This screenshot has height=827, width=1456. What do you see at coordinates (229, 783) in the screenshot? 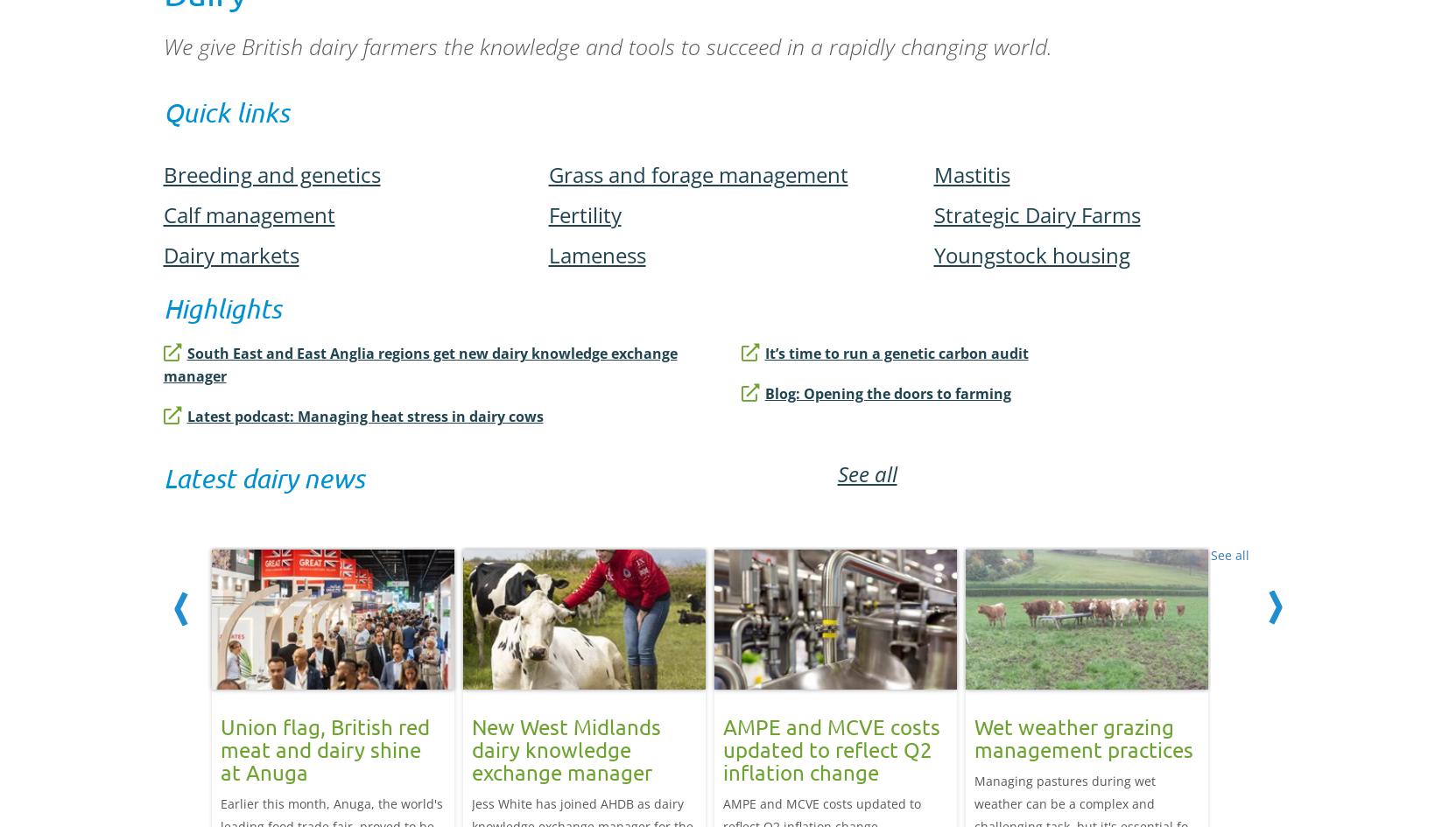
I see `'Reports and reviews'` at bounding box center [229, 783].